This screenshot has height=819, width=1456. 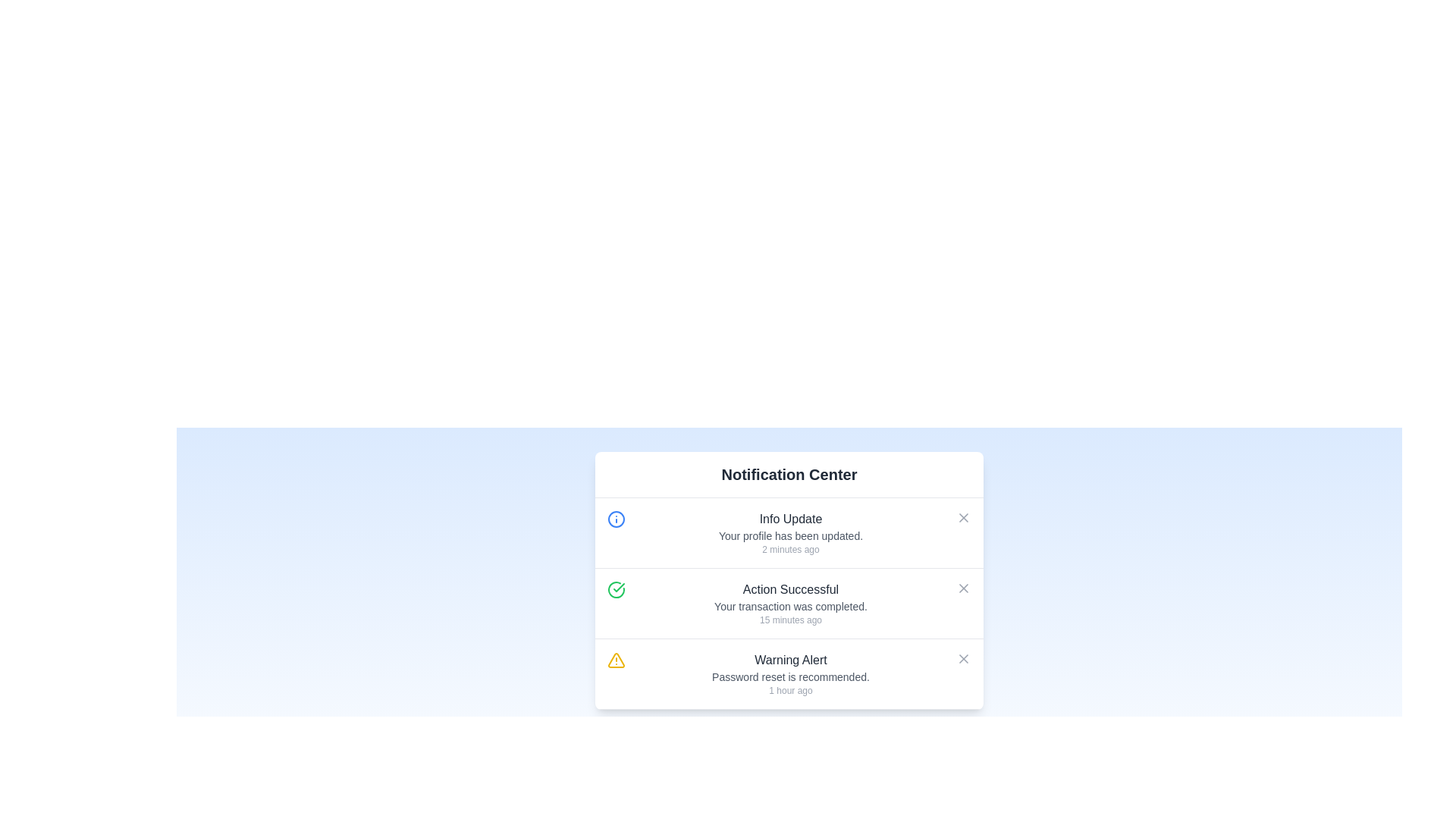 What do you see at coordinates (963, 657) in the screenshot?
I see `the Icon button at the bottom-right corner of the third notification card labeled 'Warning Alert' to change the icon color` at bounding box center [963, 657].